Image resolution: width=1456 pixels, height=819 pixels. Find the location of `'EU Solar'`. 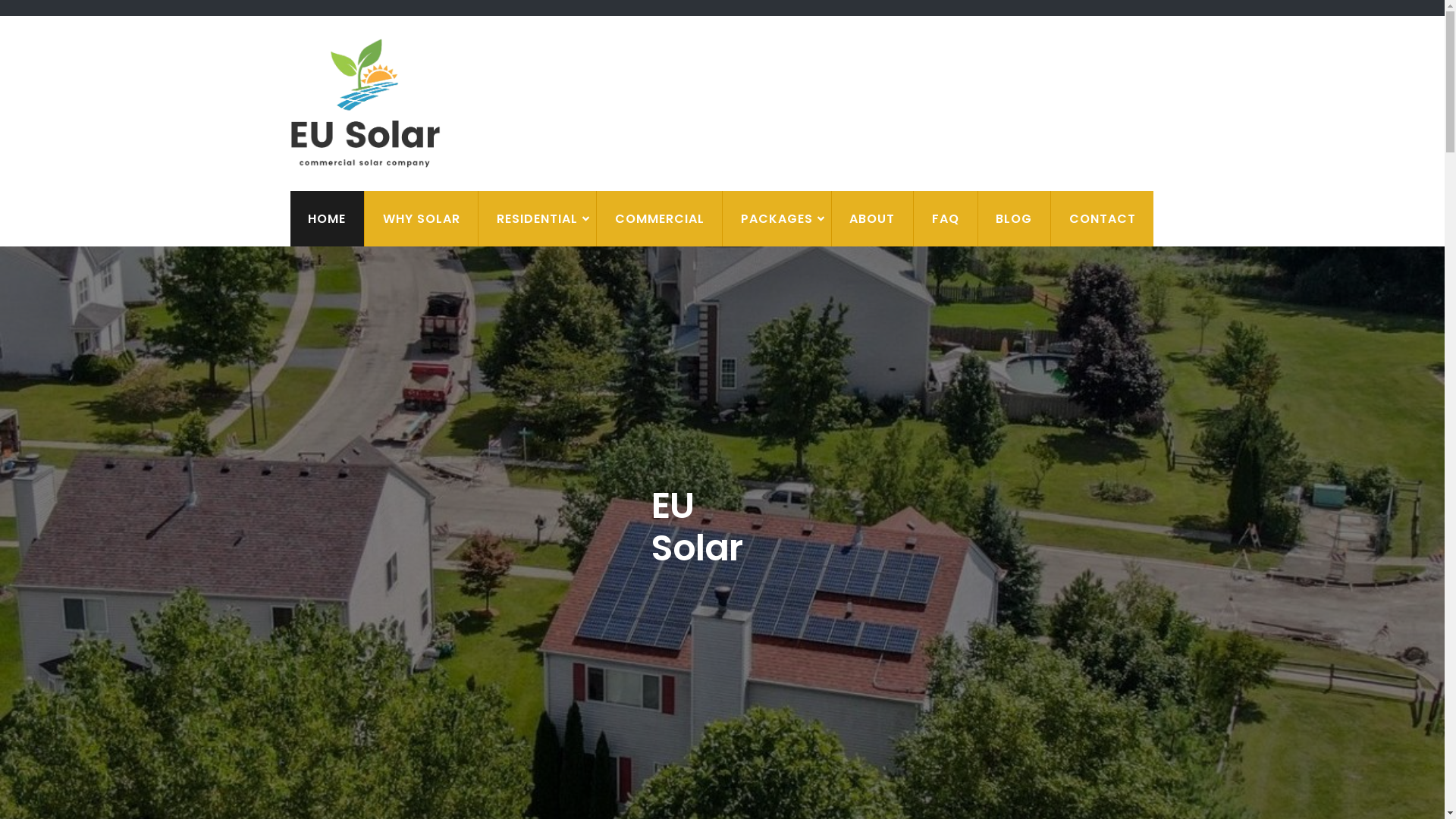

'EU Solar' is located at coordinates (689, 119).